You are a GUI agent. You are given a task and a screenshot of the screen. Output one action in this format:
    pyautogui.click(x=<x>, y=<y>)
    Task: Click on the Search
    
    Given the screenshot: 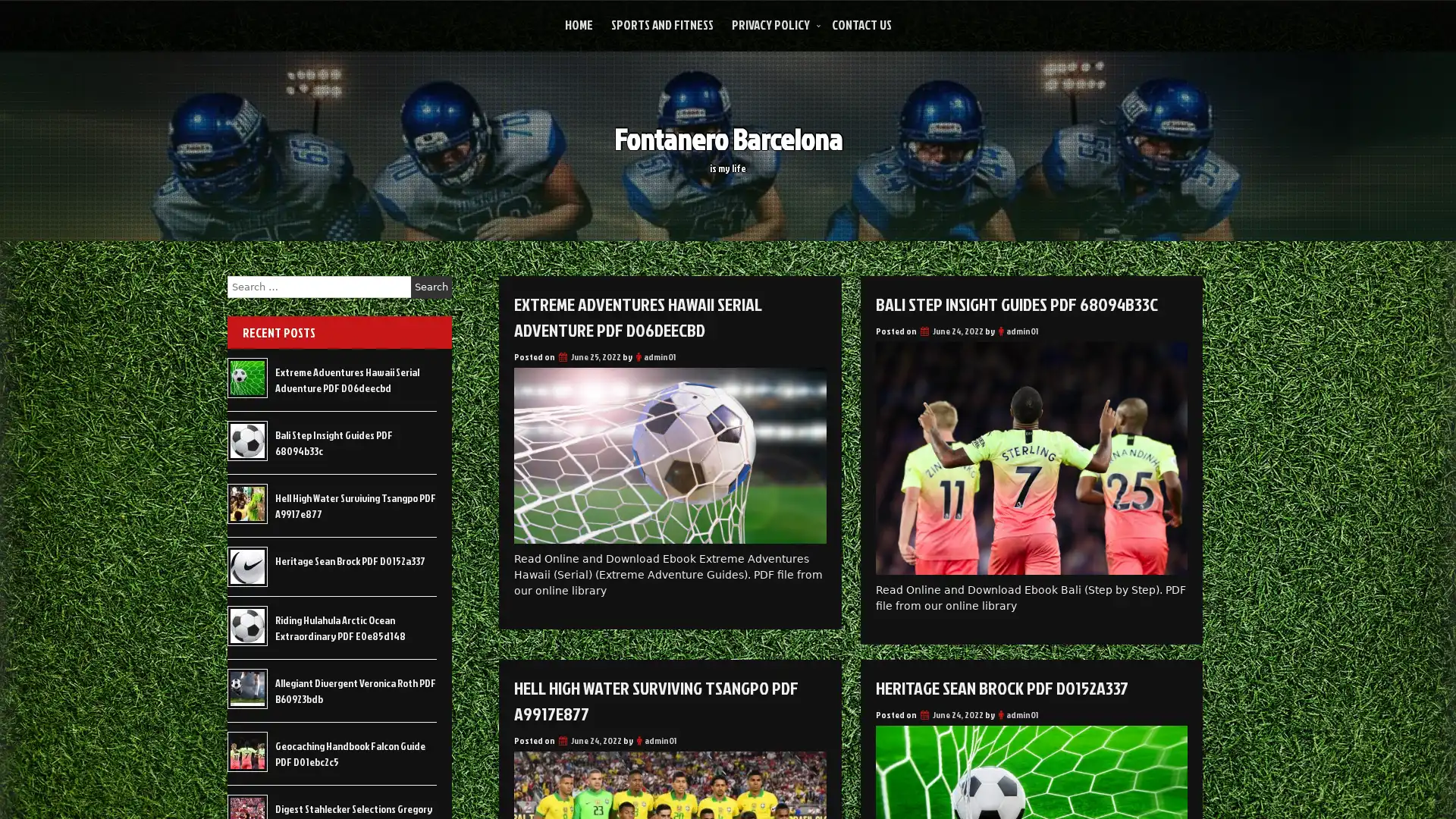 What is the action you would take?
    pyautogui.click(x=431, y=287)
    